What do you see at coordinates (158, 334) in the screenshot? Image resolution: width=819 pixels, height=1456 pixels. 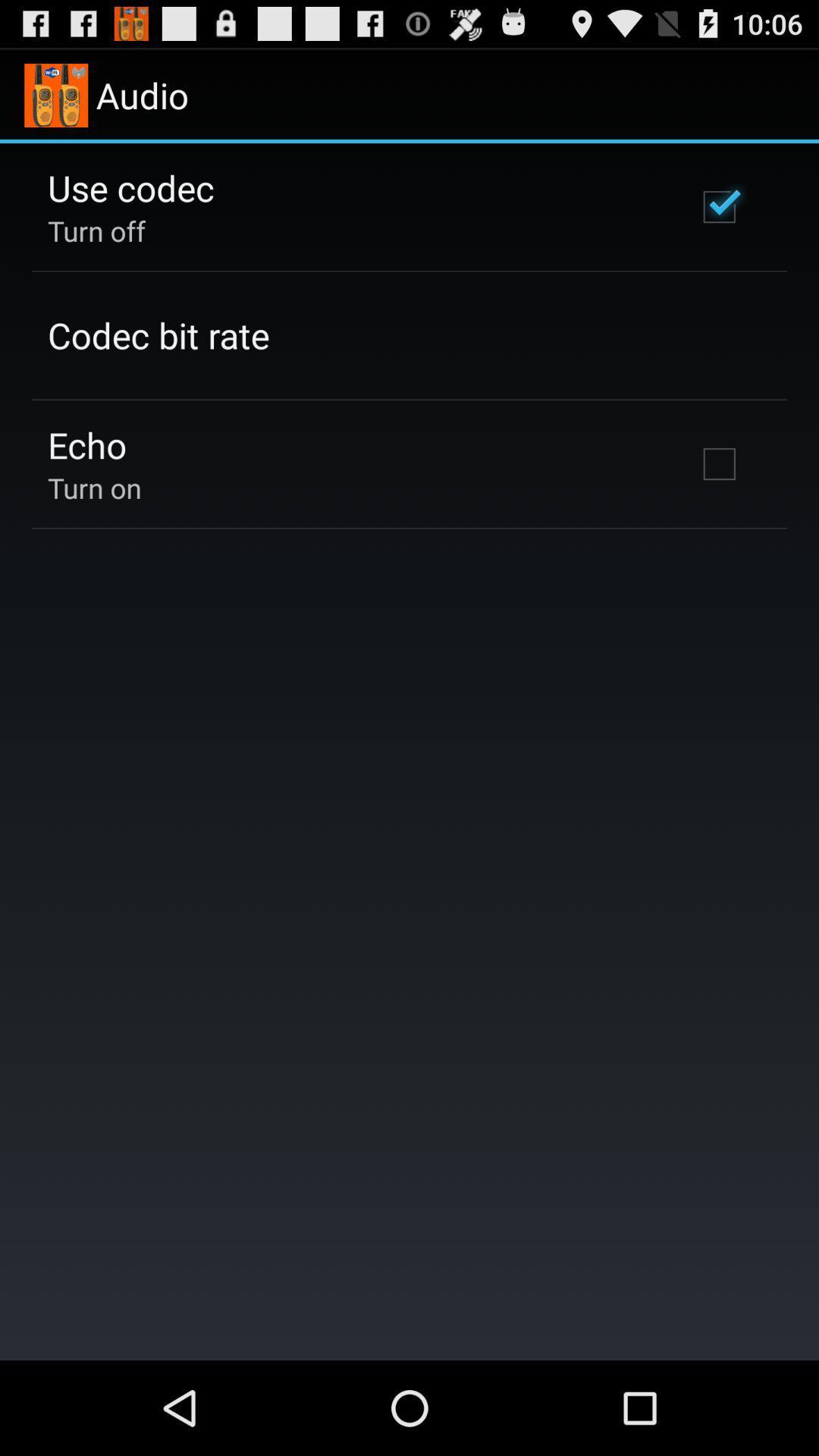 I see `the codec bit rate item` at bounding box center [158, 334].